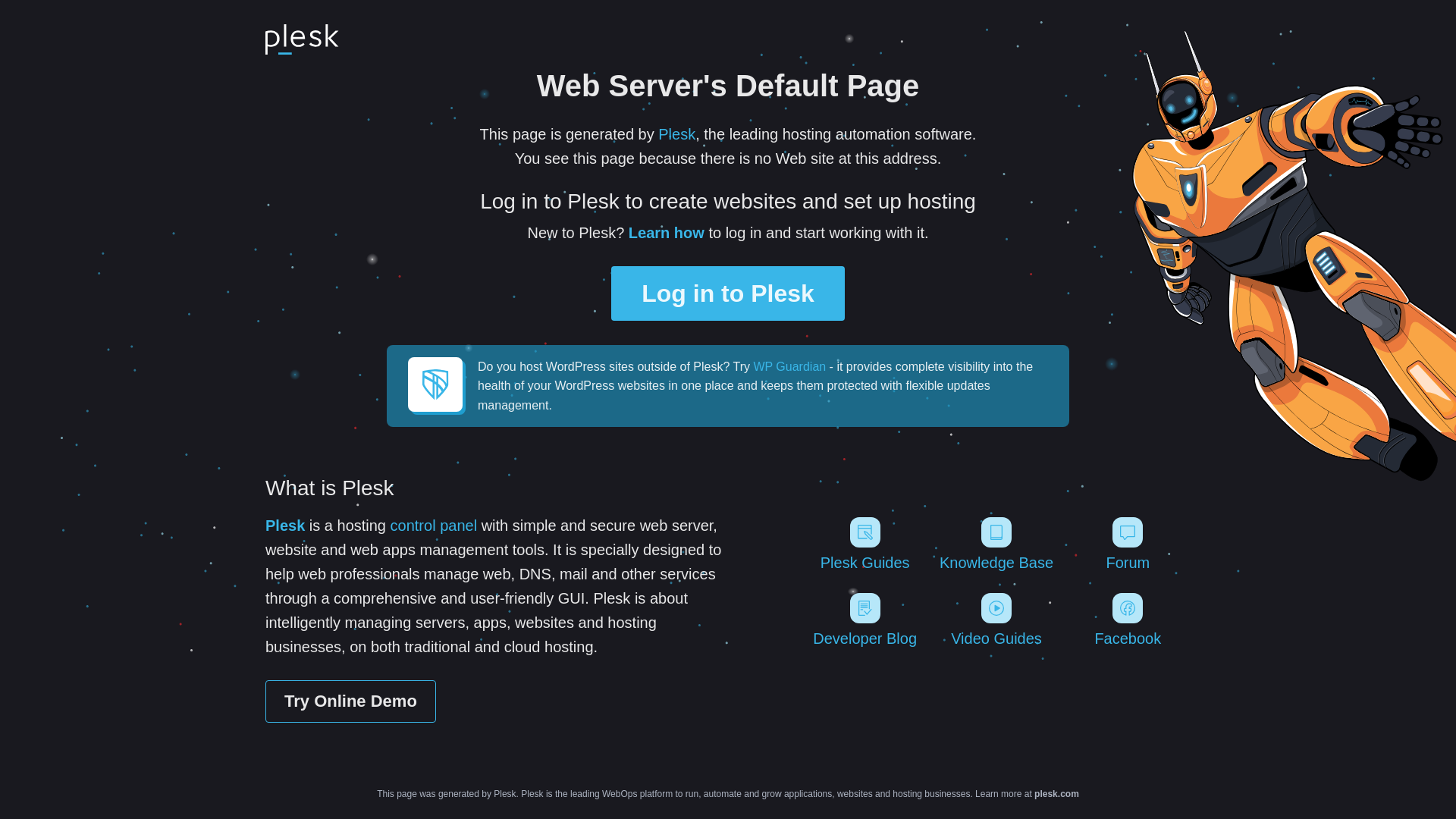  What do you see at coordinates (801, 620) in the screenshot?
I see `'Developer Blog'` at bounding box center [801, 620].